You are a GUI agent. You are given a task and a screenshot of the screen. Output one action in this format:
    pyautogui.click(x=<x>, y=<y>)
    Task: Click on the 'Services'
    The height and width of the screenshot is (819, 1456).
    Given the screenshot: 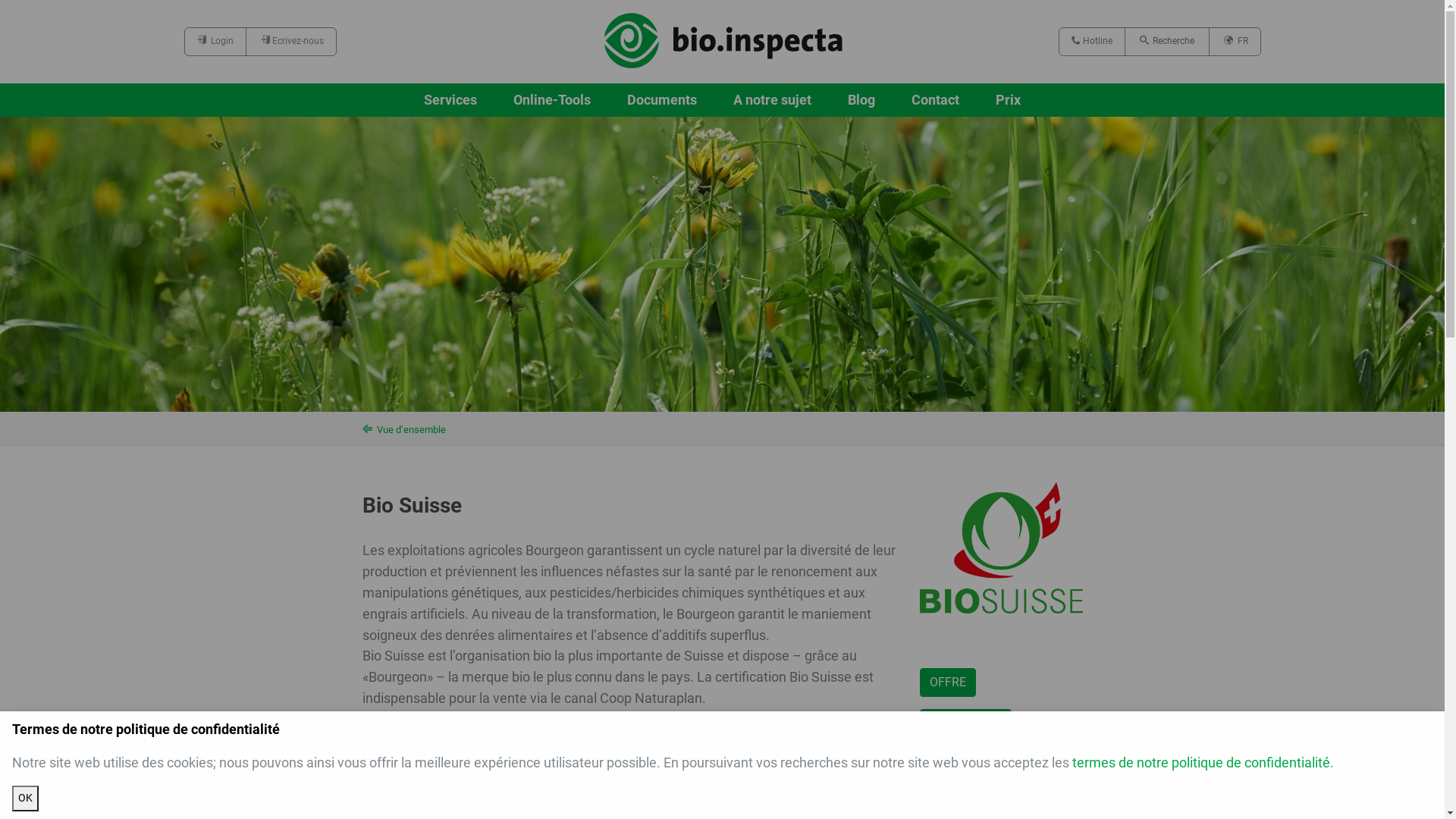 What is the action you would take?
    pyautogui.click(x=450, y=99)
    